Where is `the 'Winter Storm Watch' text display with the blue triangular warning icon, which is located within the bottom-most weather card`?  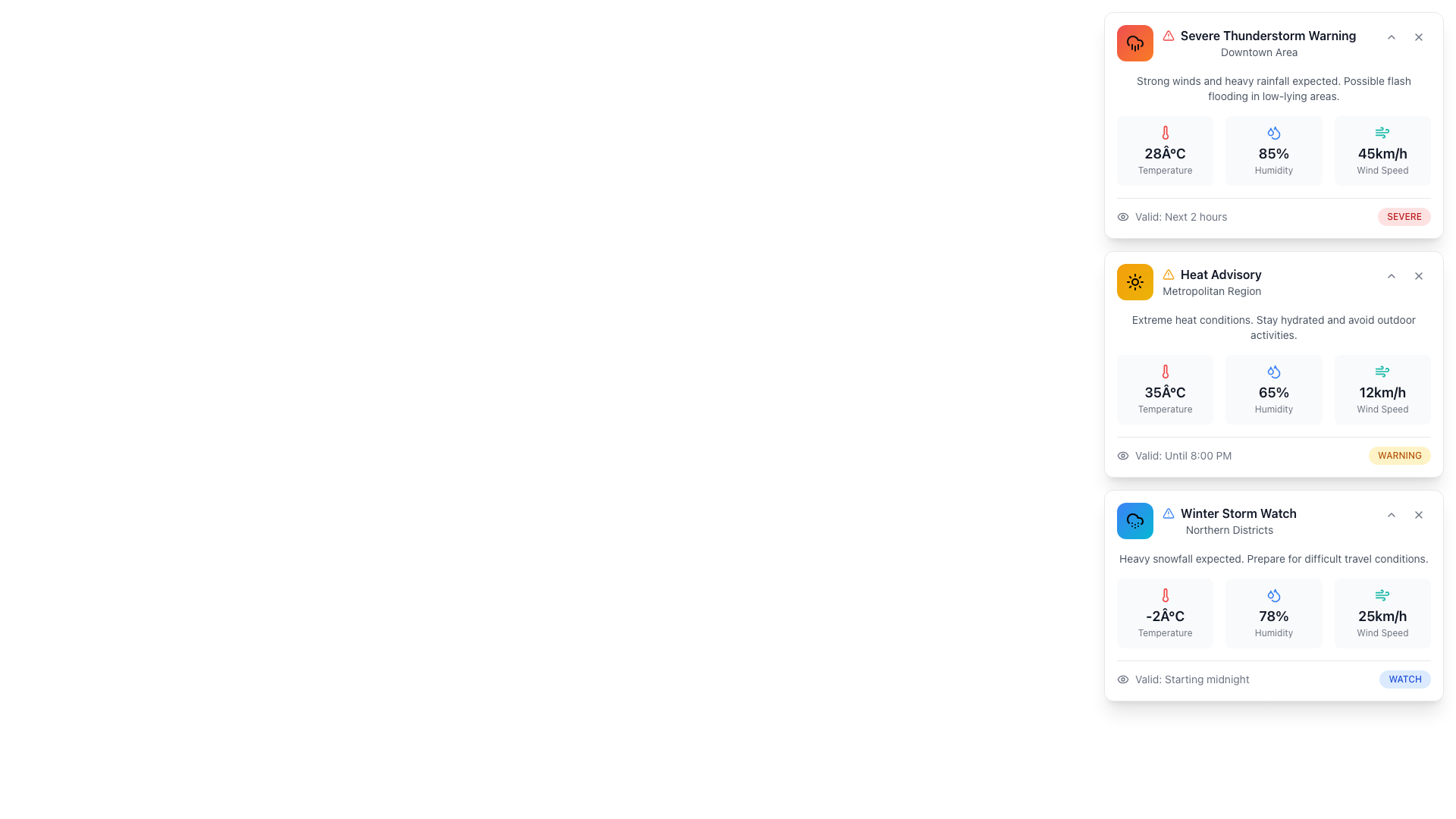 the 'Winter Storm Watch' text display with the blue triangular warning icon, which is located within the bottom-most weather card is located at coordinates (1229, 519).